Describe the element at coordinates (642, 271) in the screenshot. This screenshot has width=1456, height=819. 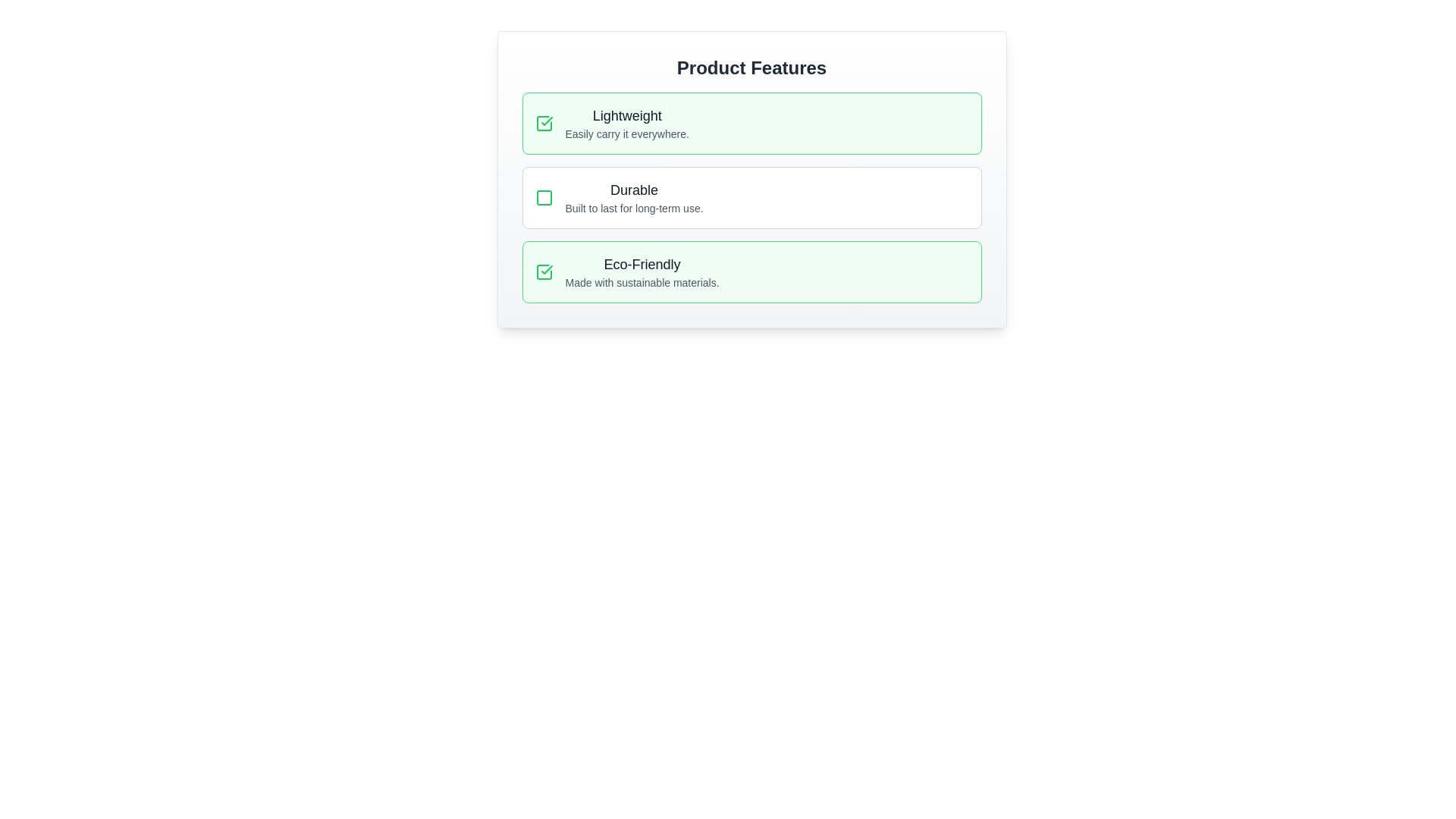
I see `displayed text of the label titled 'Eco-Friendly', which includes the subtitle 'Made with sustainable materials.'` at that location.